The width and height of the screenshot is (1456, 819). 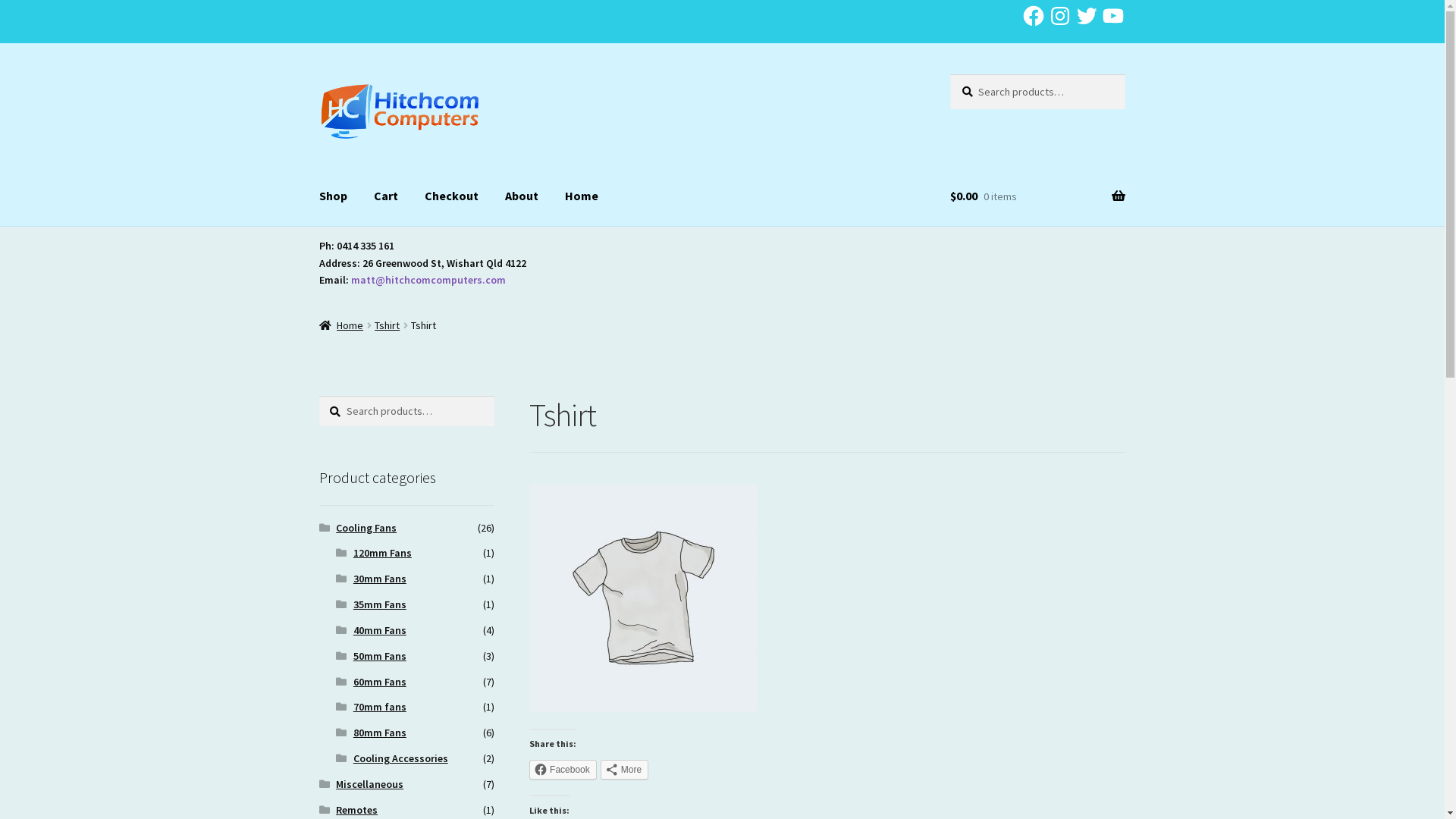 What do you see at coordinates (428, 280) in the screenshot?
I see `'matt@hitchcomcomputers.com'` at bounding box center [428, 280].